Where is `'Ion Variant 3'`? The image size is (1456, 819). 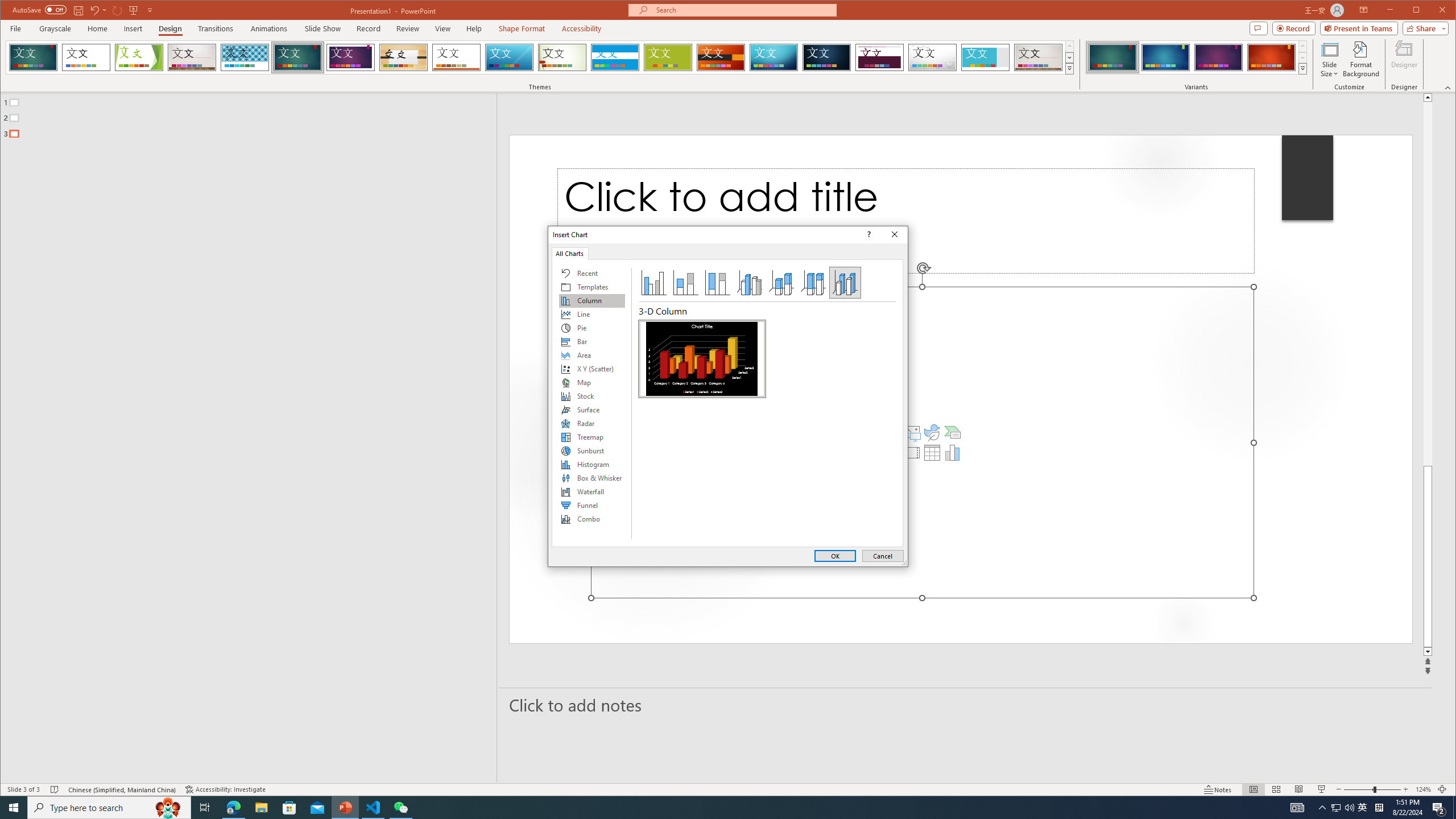
'Ion Variant 3' is located at coordinates (1218, 57).